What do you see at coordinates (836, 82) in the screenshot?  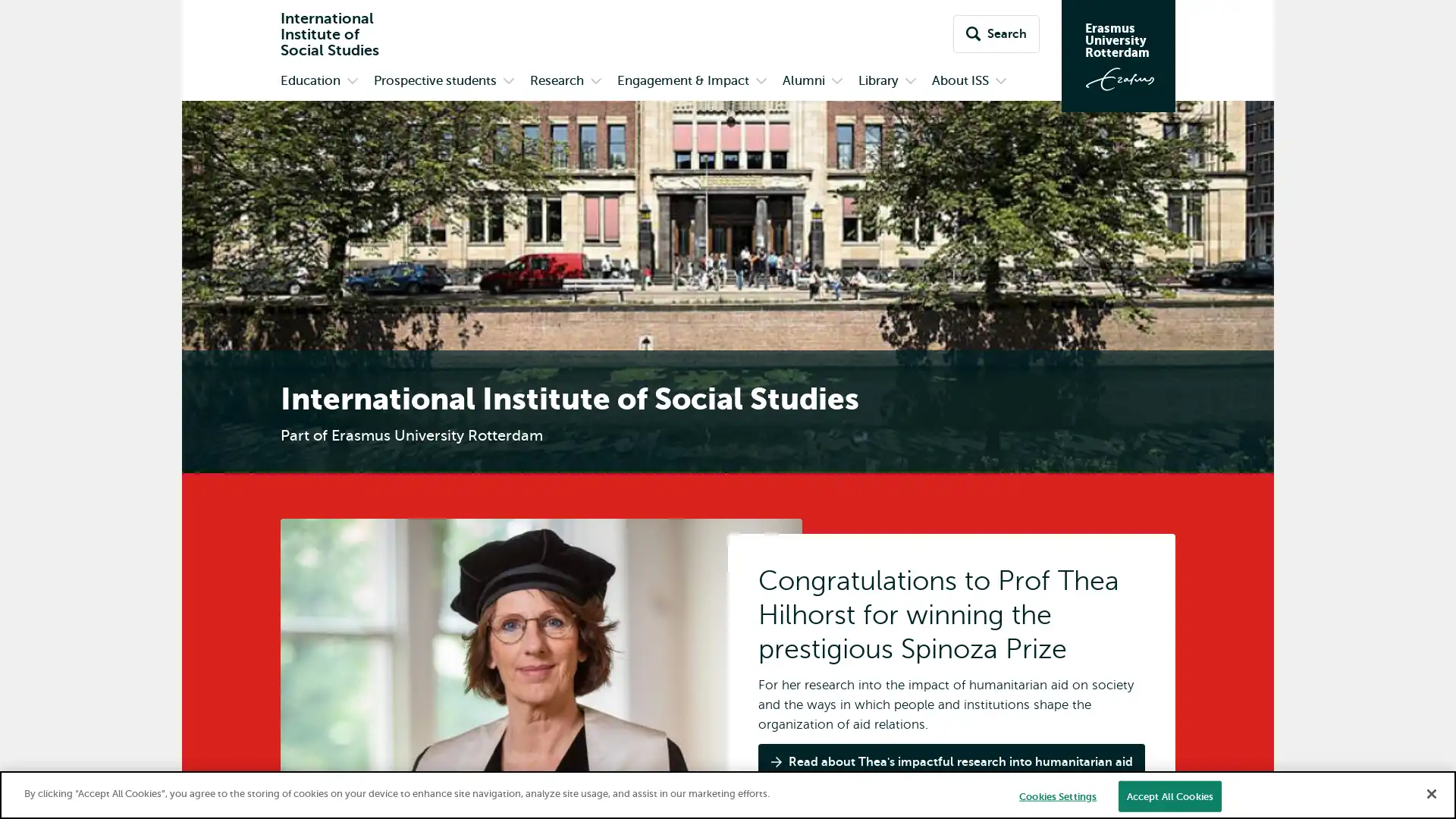 I see `Open submenu` at bounding box center [836, 82].